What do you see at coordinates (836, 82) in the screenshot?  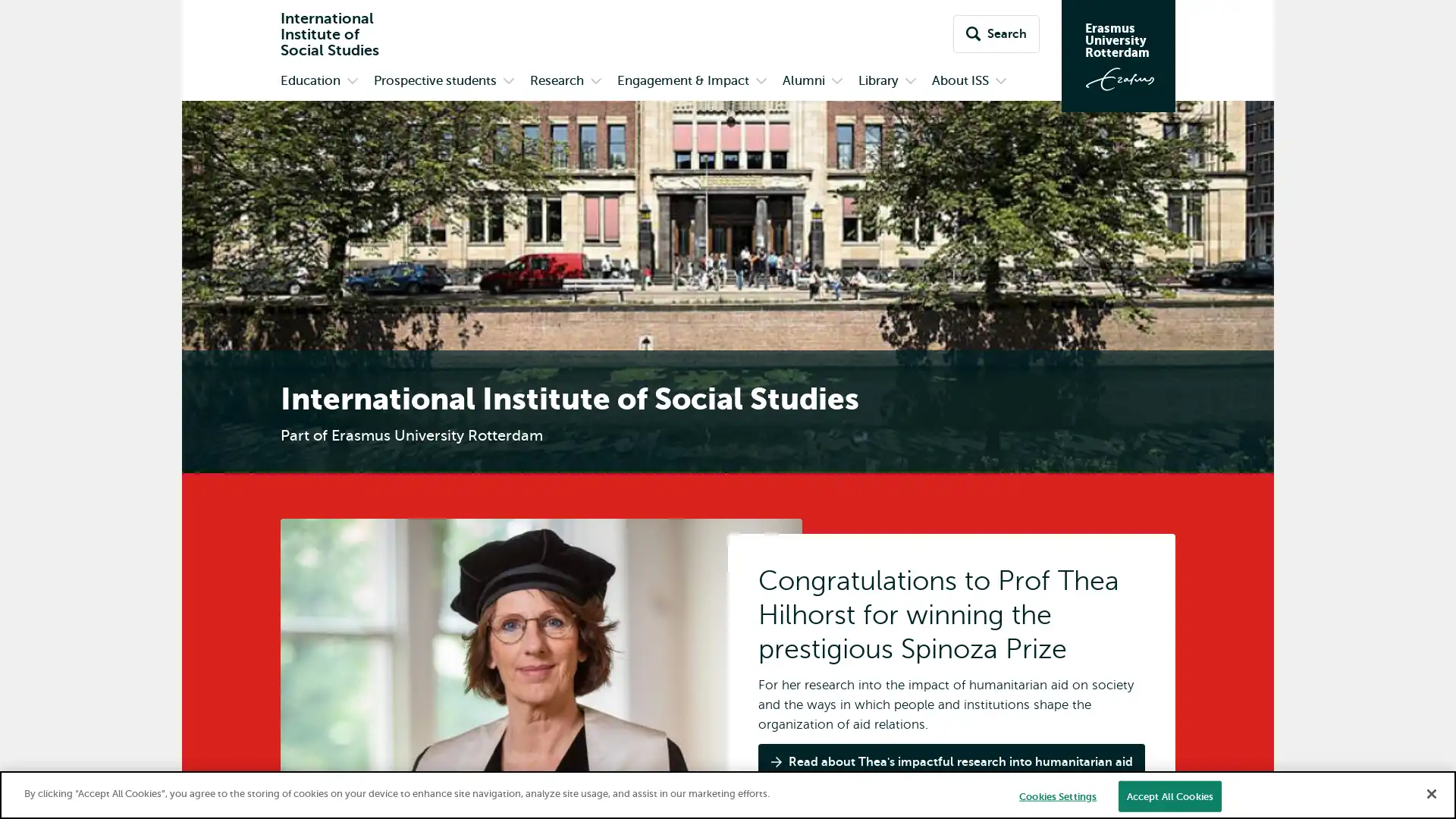 I see `Open submenu` at bounding box center [836, 82].